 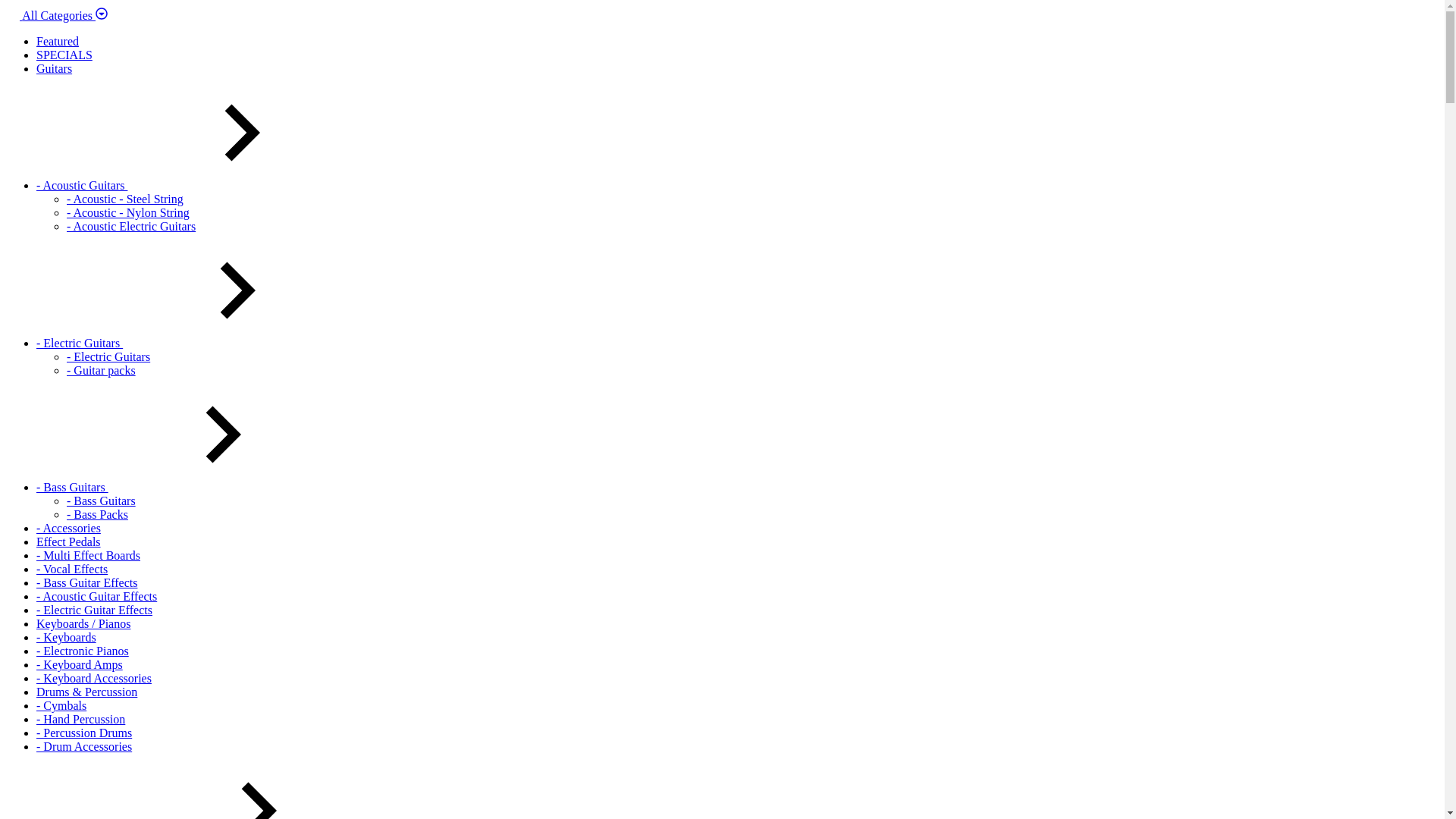 What do you see at coordinates (54, 68) in the screenshot?
I see `'Guitars'` at bounding box center [54, 68].